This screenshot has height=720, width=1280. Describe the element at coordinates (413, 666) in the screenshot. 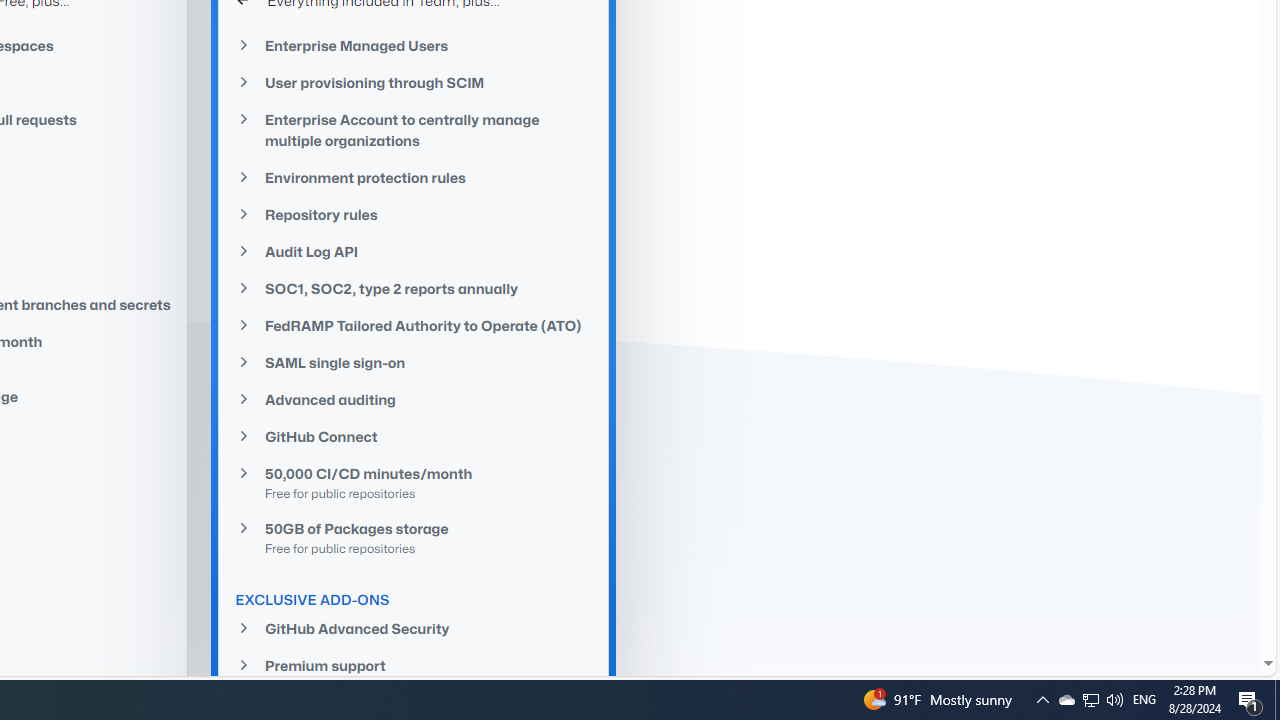

I see `'Premium support'` at that location.